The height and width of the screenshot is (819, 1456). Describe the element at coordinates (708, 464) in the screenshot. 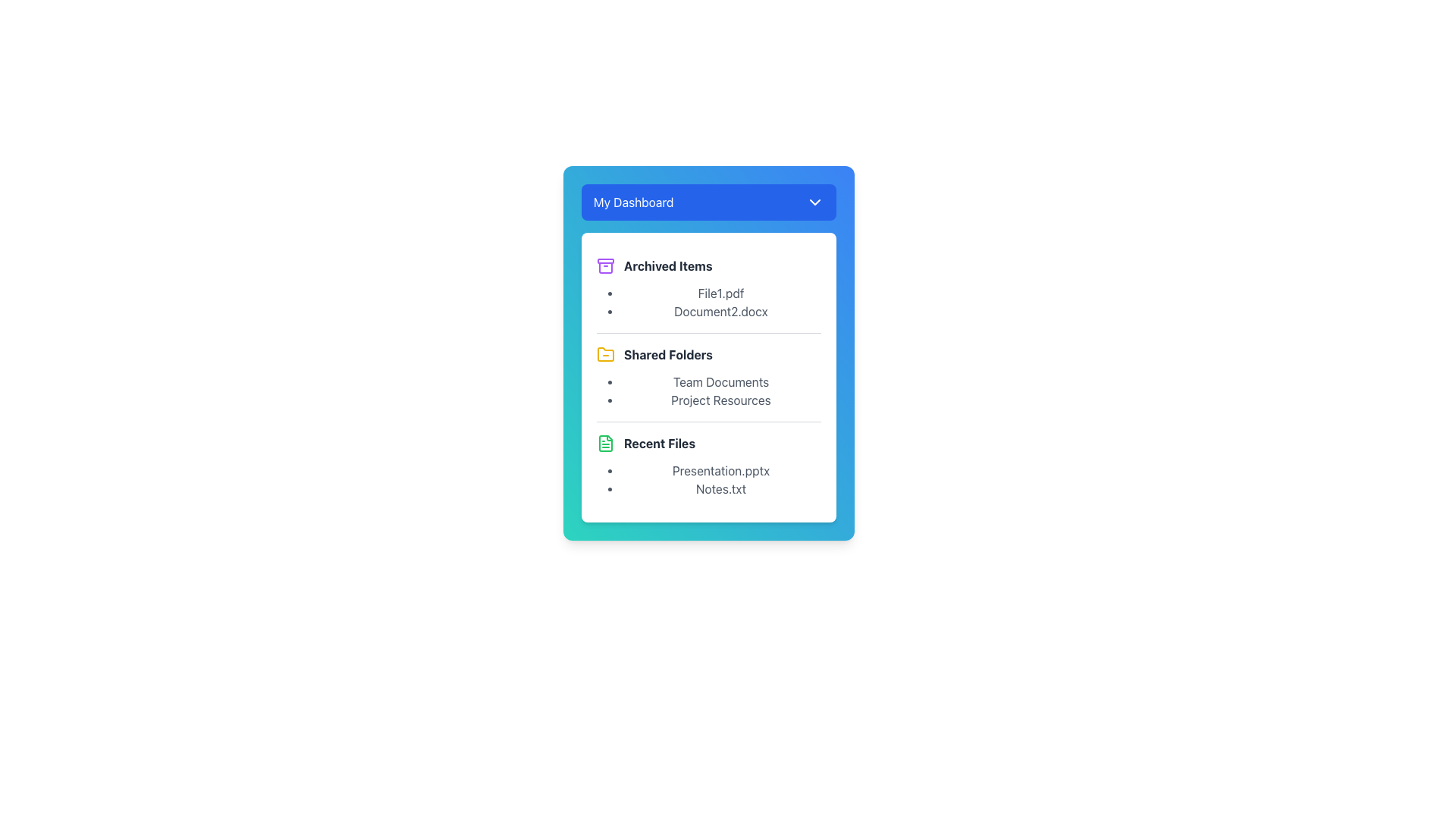

I see `the 'Recent Files' section which contains a bulleted list of items including 'Presentation.pptx' and 'Notes.txt'` at that location.